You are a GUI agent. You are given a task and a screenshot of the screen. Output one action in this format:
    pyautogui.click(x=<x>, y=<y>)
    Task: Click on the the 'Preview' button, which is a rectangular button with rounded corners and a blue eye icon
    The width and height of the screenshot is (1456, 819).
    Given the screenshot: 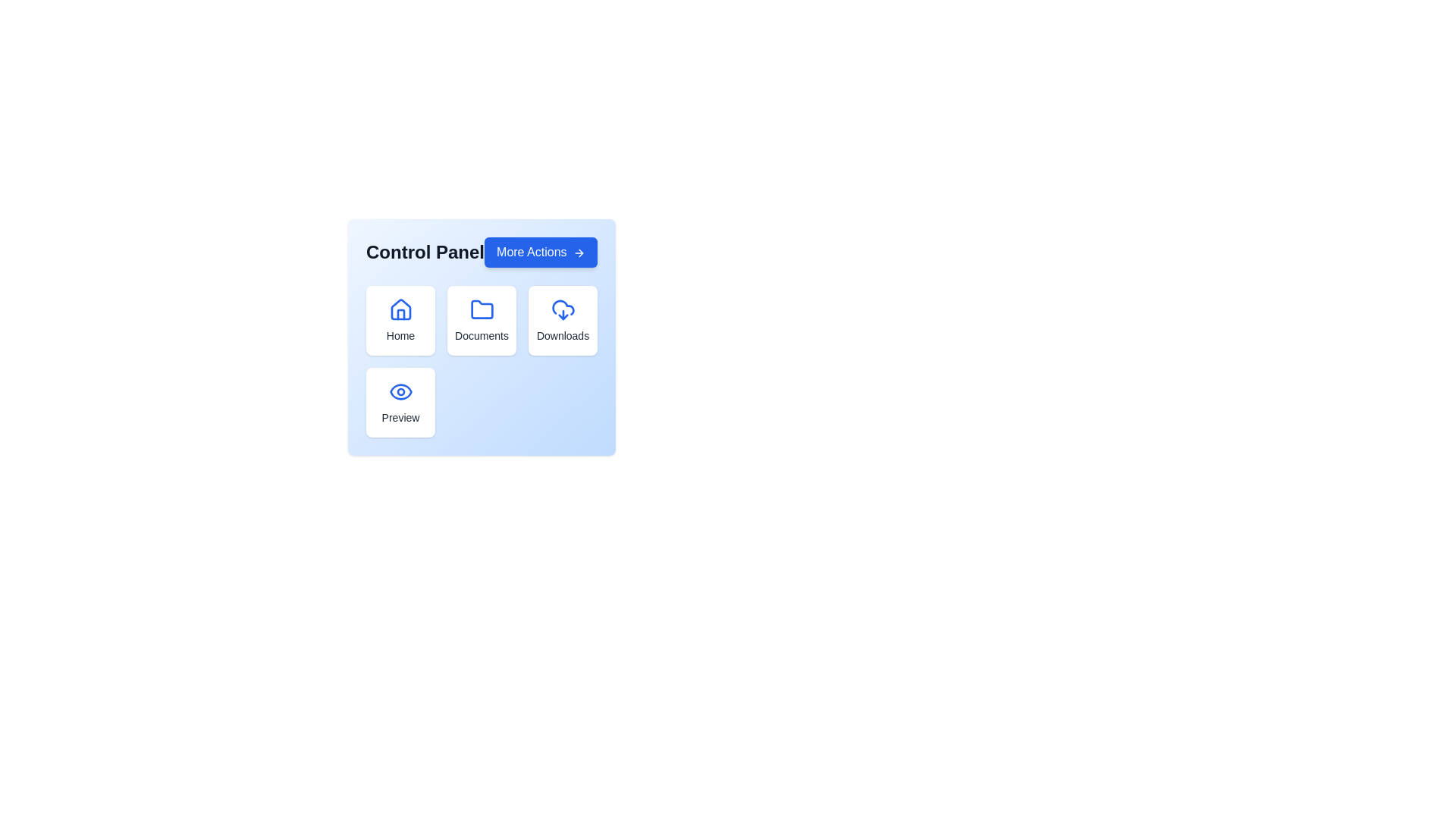 What is the action you would take?
    pyautogui.click(x=400, y=402)
    